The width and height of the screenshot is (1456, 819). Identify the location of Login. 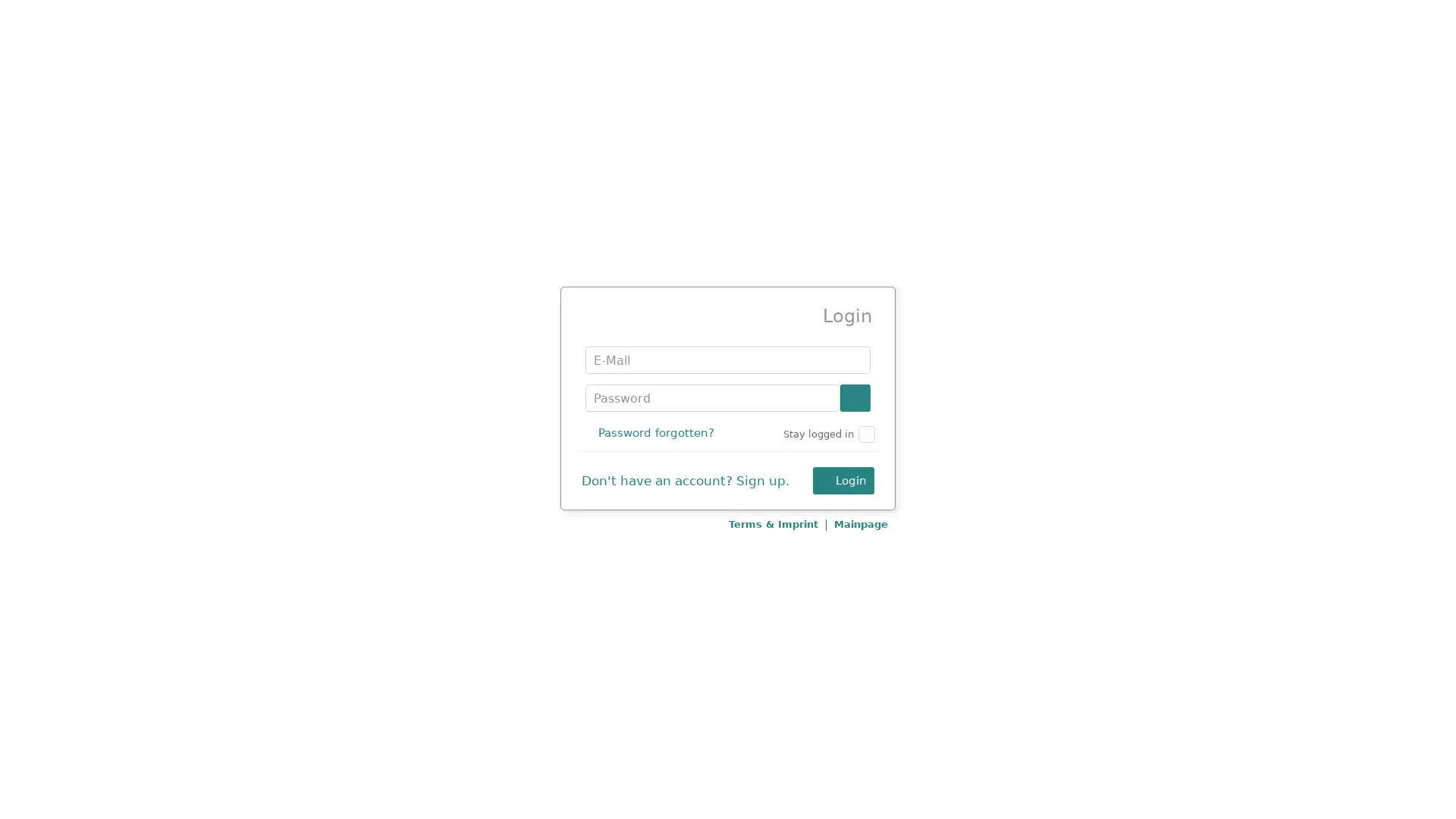
(843, 480).